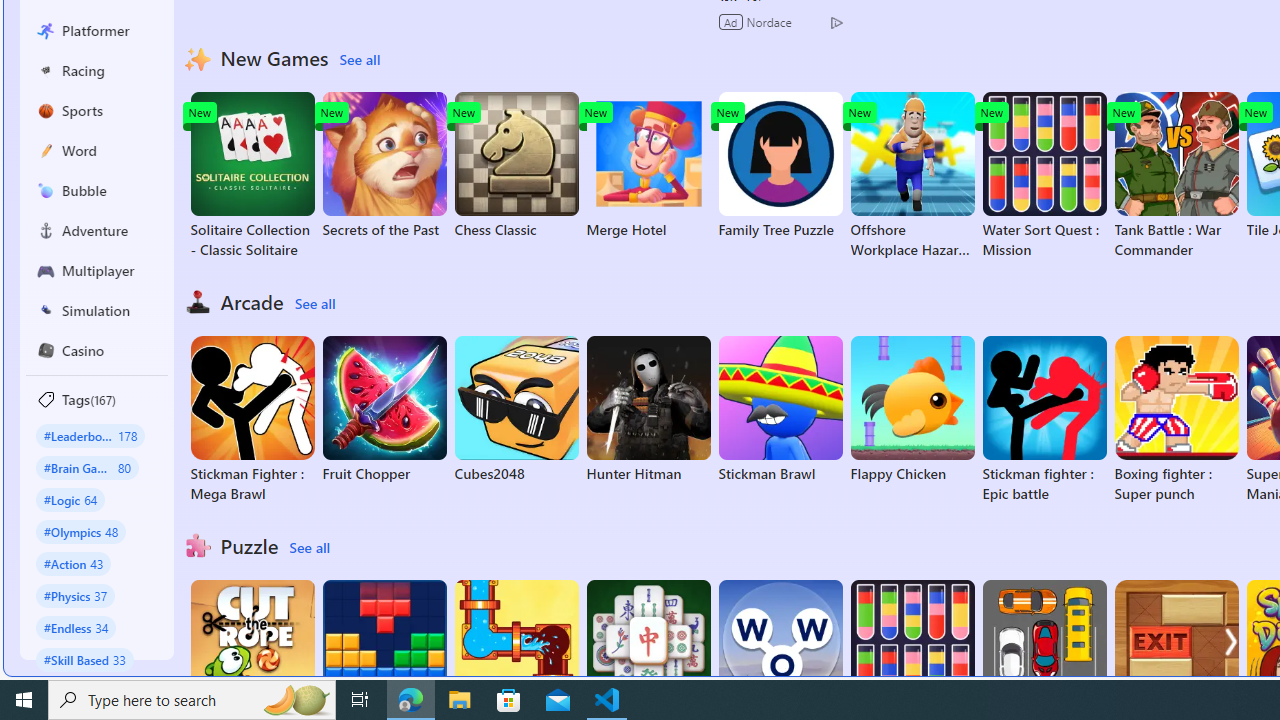 This screenshot has width=1280, height=720. Describe the element at coordinates (1043, 419) in the screenshot. I see `'Stickman fighter : Epic battle'` at that location.